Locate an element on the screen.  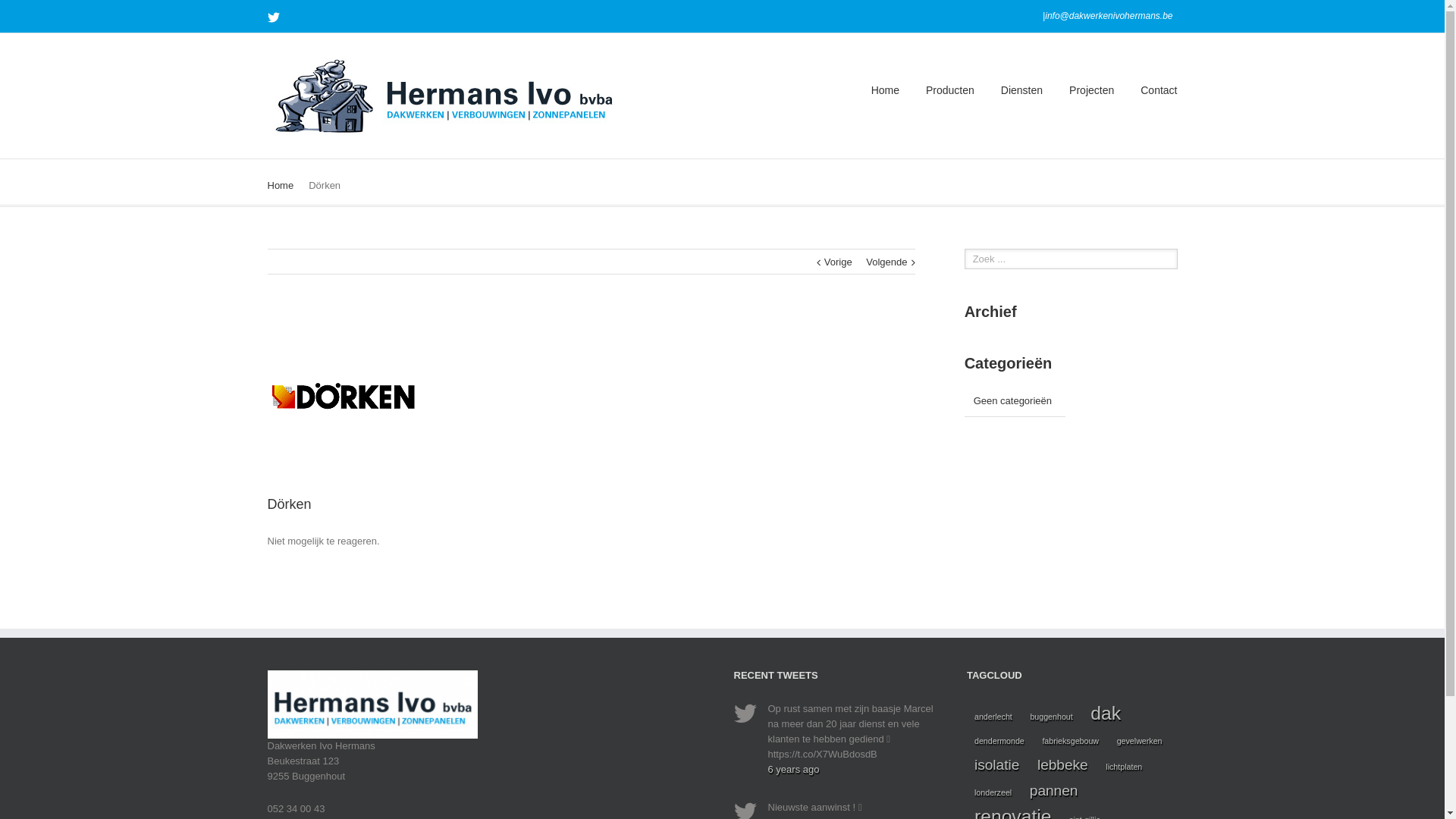
'londerzeel' is located at coordinates (993, 792).